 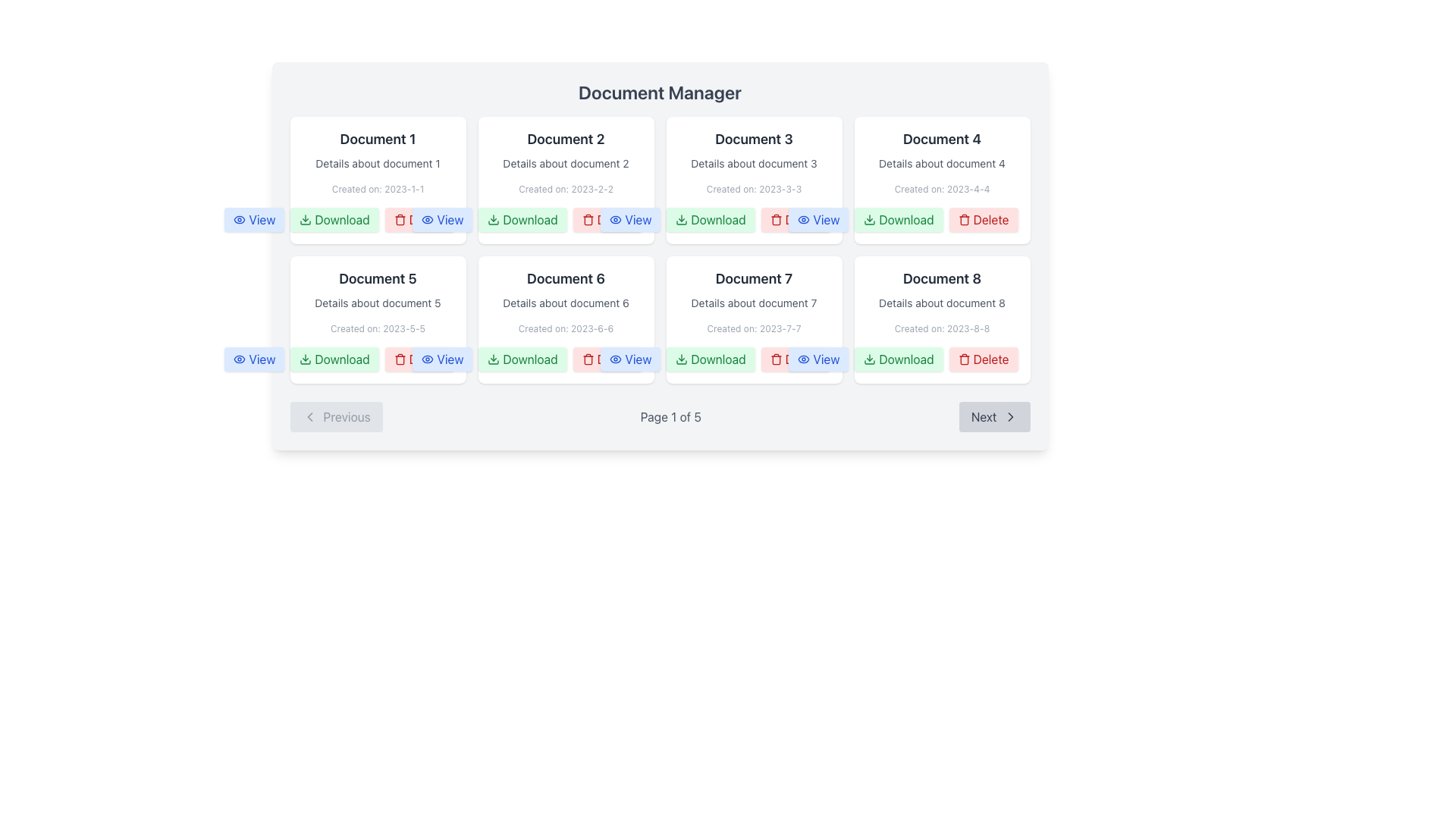 I want to click on the 'View' button in the sixth card (Document 6) on the second row of the grid, so click(x=630, y=359).